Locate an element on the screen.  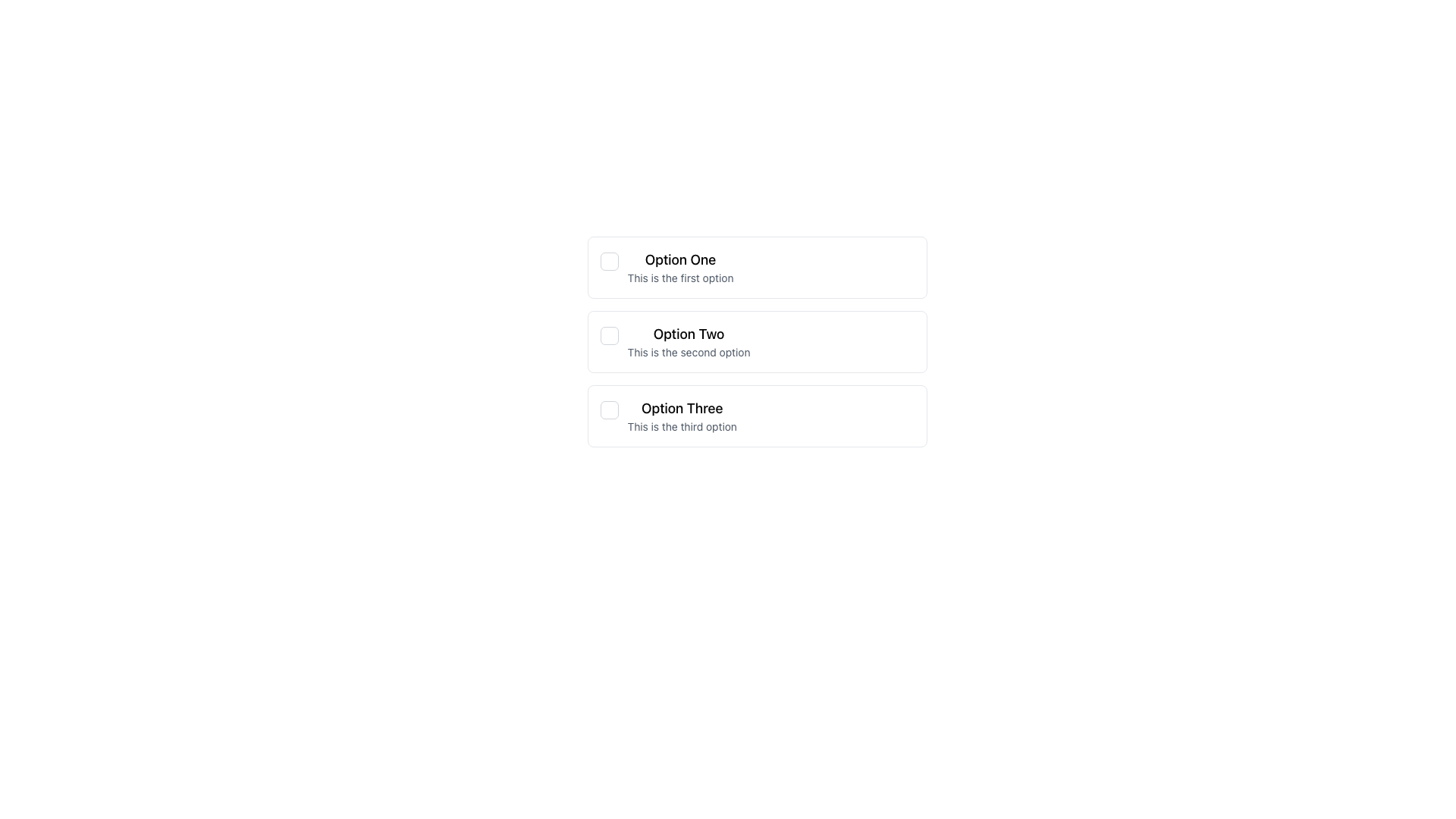
the second option item in the vertically stacked list, which is located below 'Option One' and above 'Option Three' is located at coordinates (688, 342).